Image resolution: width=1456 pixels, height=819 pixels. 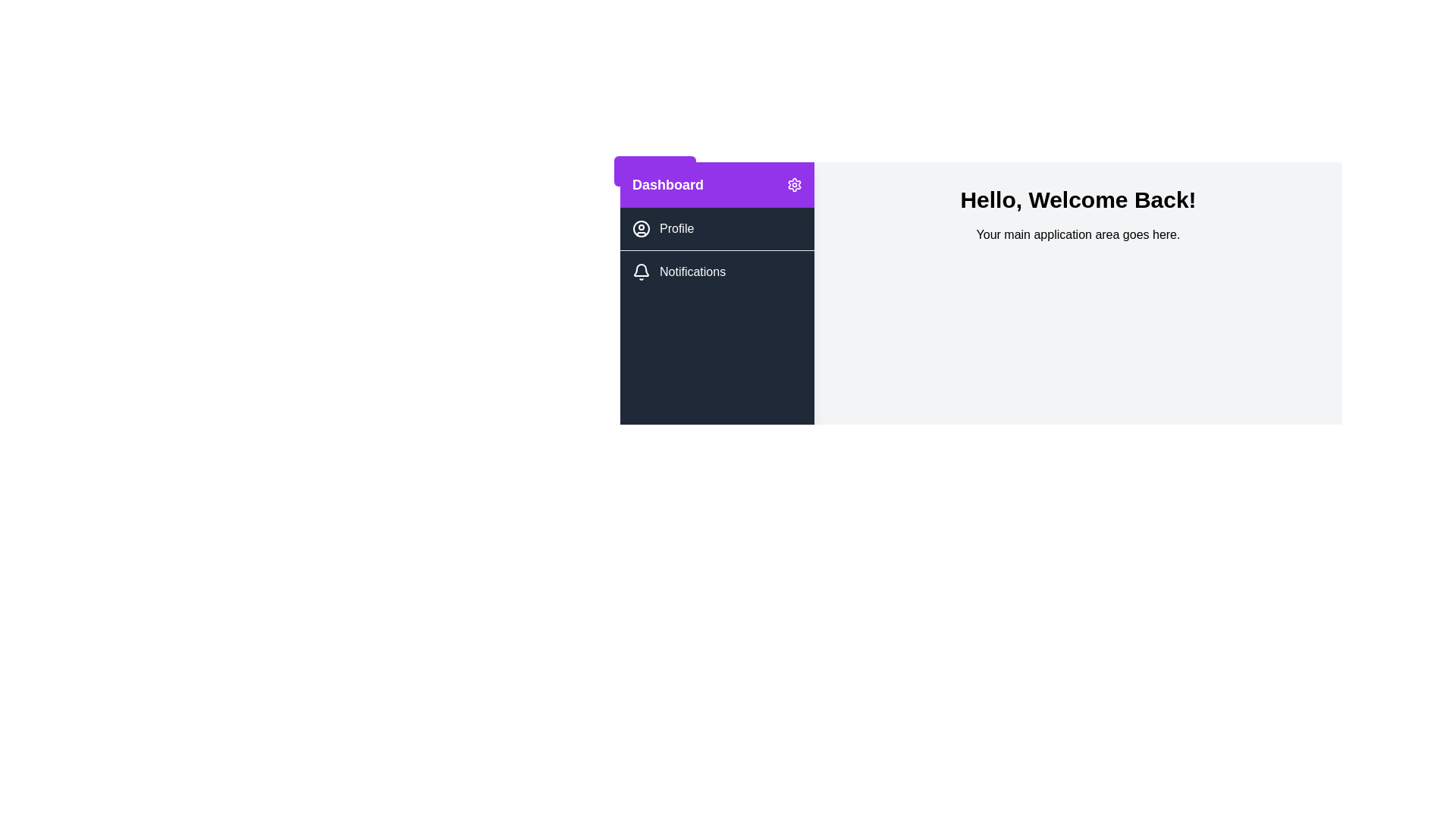 I want to click on the settings icon located in the top right corner of the purple navigation header adjacent to the 'Dashboard' label, so click(x=793, y=184).